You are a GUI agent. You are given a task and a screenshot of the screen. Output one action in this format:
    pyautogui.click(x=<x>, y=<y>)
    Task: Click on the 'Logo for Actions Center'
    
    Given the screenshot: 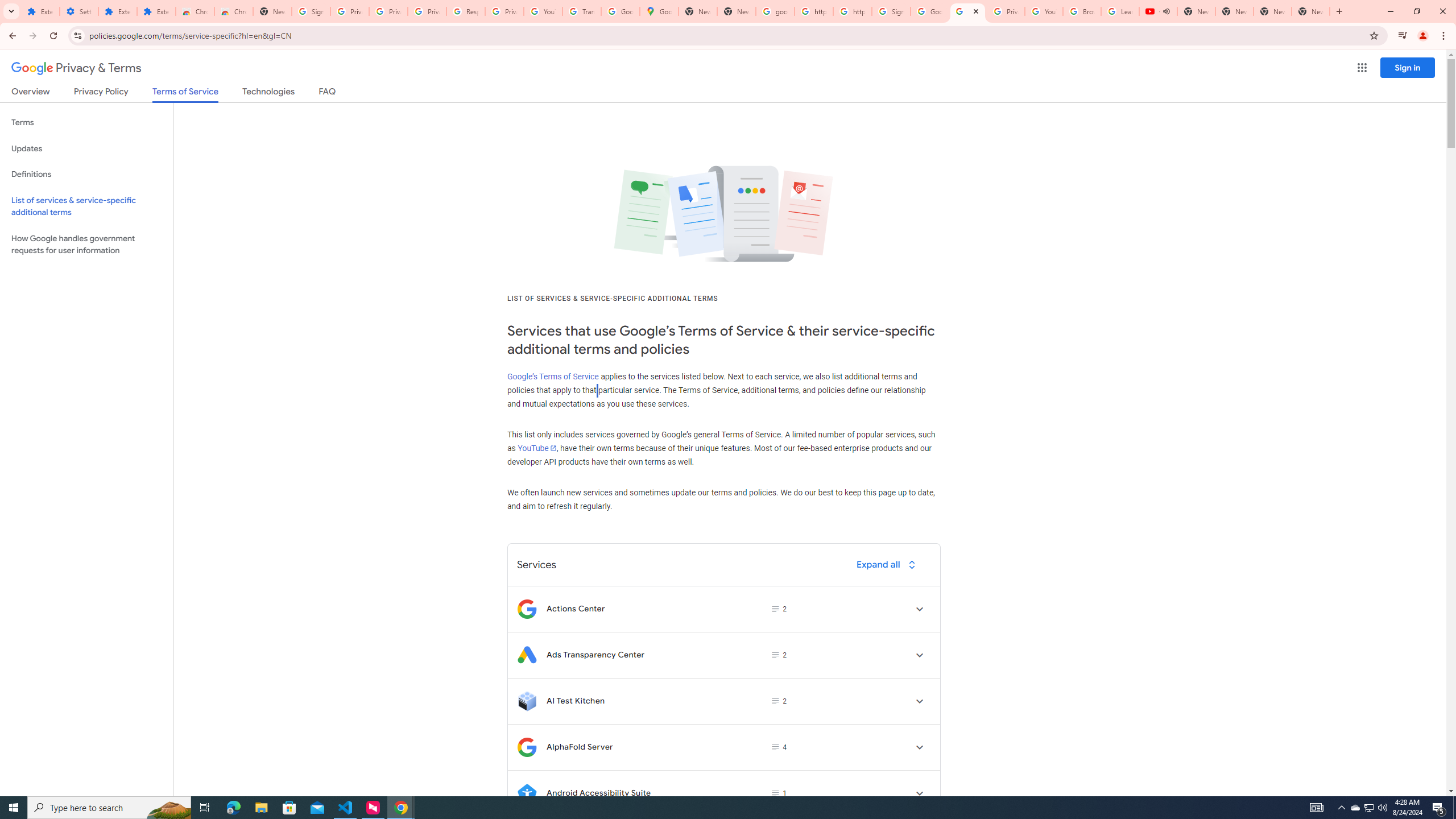 What is the action you would take?
    pyautogui.click(x=526, y=608)
    